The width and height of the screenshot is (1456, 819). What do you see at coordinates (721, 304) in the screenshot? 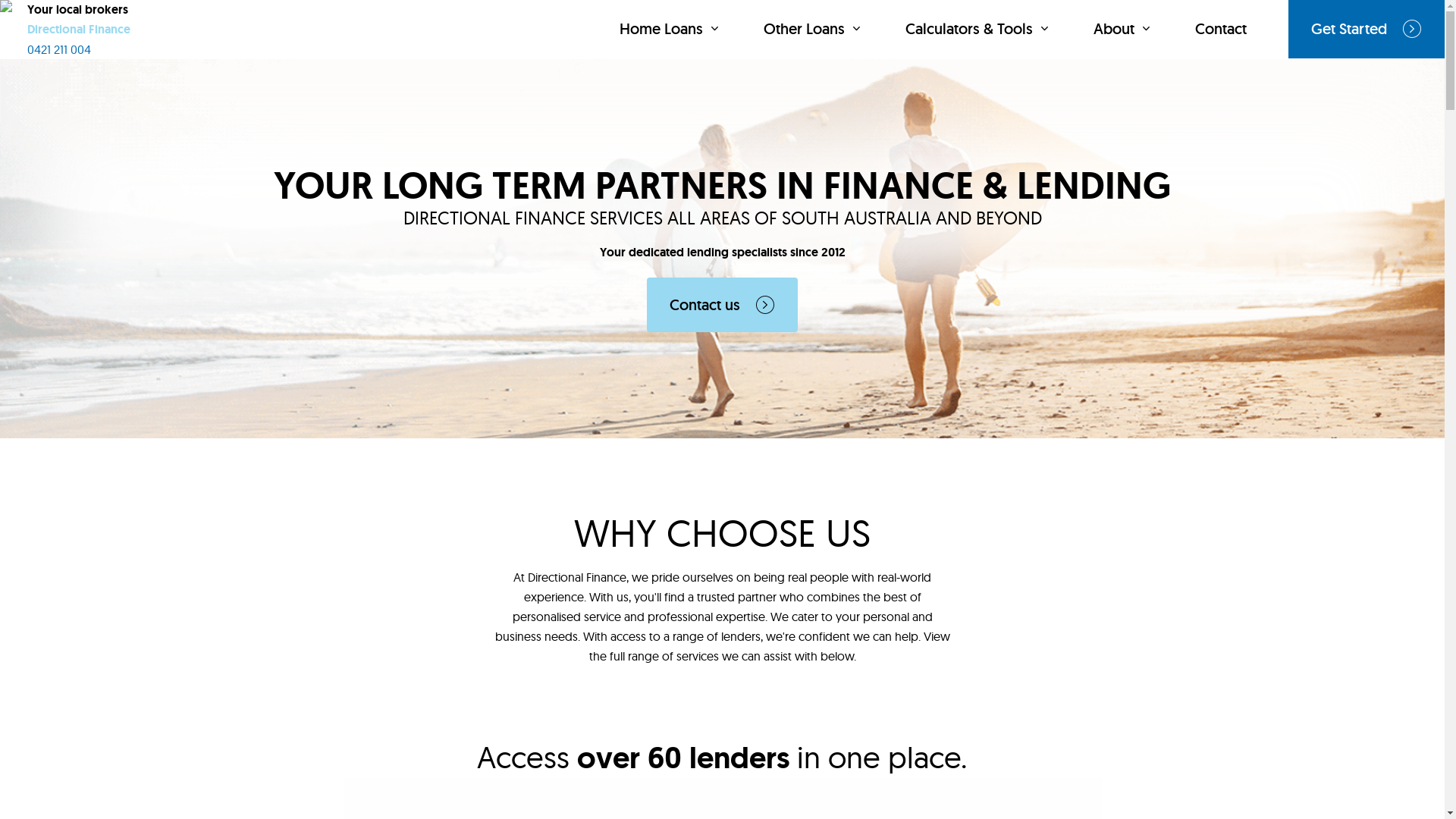
I see `'Contact us'` at bounding box center [721, 304].